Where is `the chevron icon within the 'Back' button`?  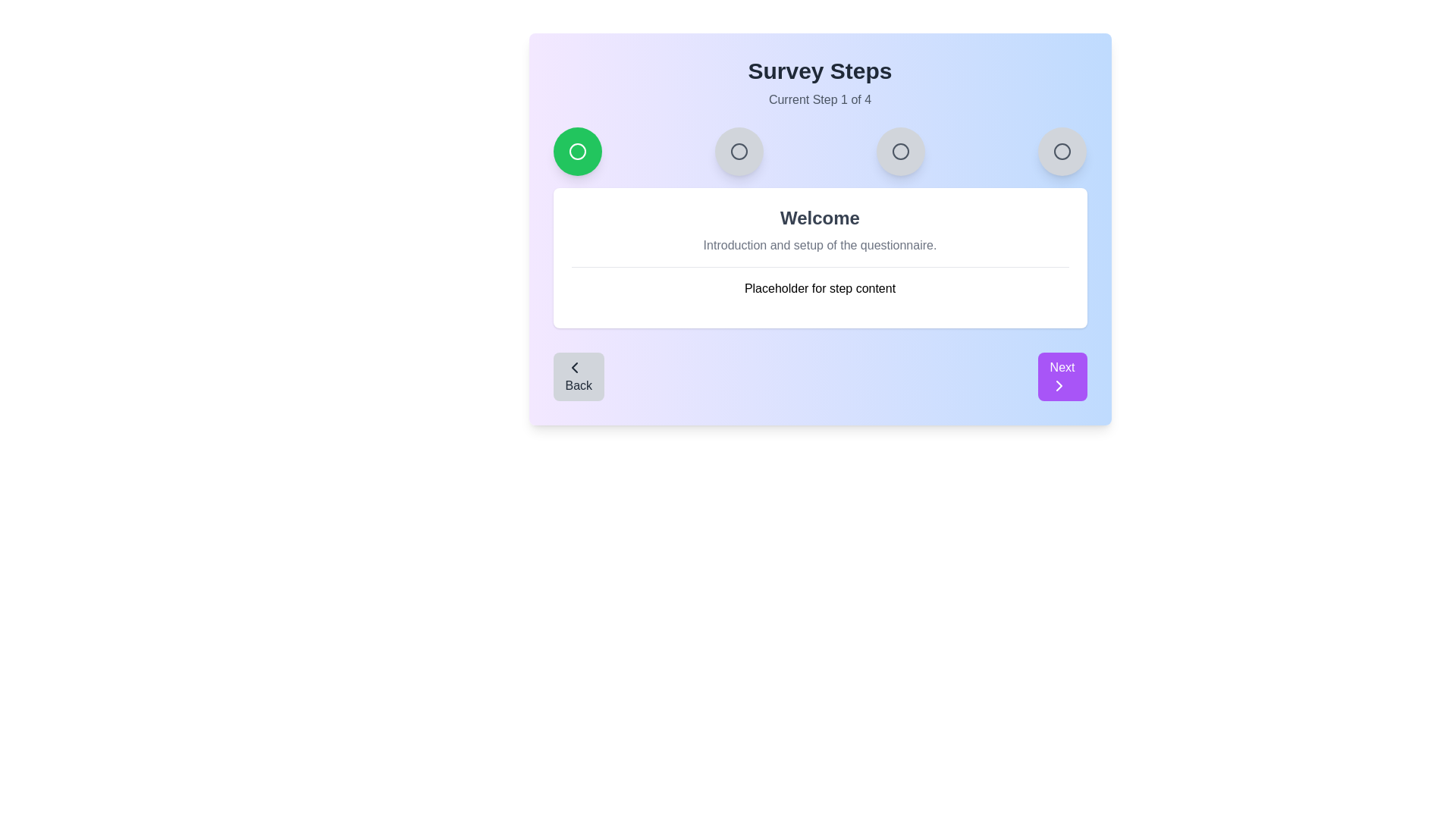 the chevron icon within the 'Back' button is located at coordinates (573, 368).